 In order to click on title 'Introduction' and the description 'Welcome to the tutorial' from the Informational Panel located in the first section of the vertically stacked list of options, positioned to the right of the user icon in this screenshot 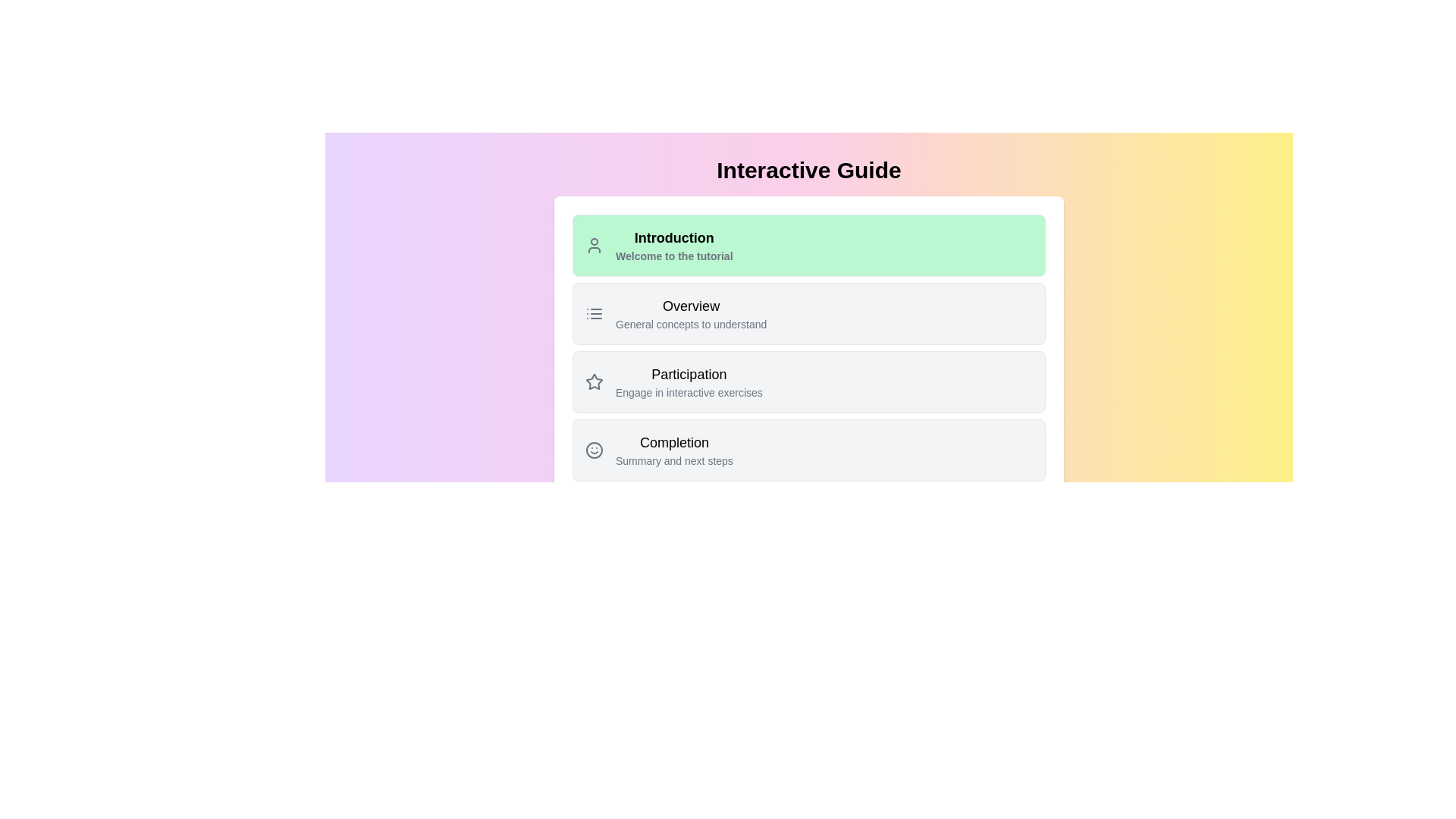, I will do `click(673, 245)`.